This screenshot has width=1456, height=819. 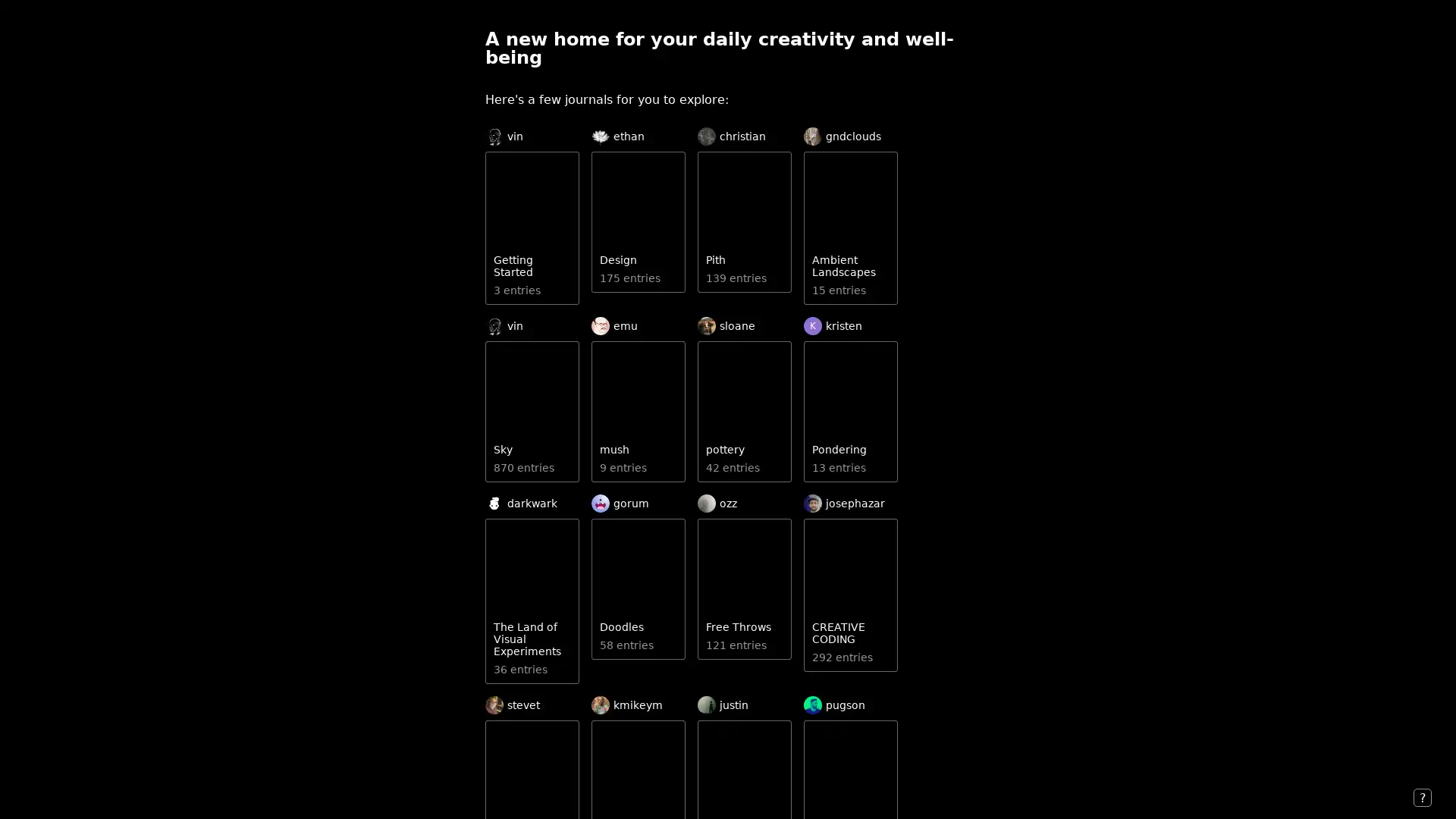 What do you see at coordinates (1422, 797) in the screenshot?
I see `?` at bounding box center [1422, 797].